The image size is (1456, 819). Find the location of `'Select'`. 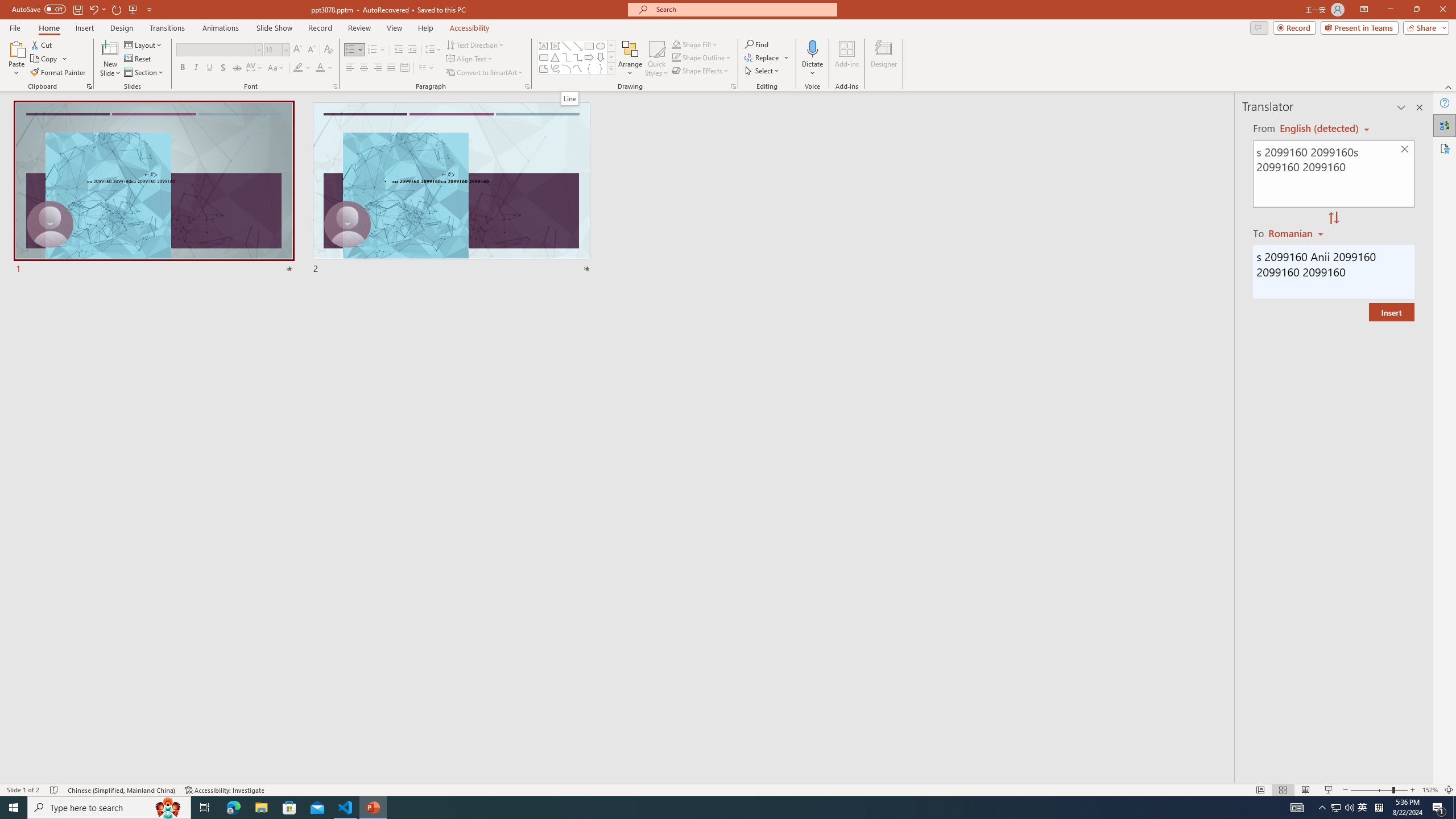

'Select' is located at coordinates (763, 69).